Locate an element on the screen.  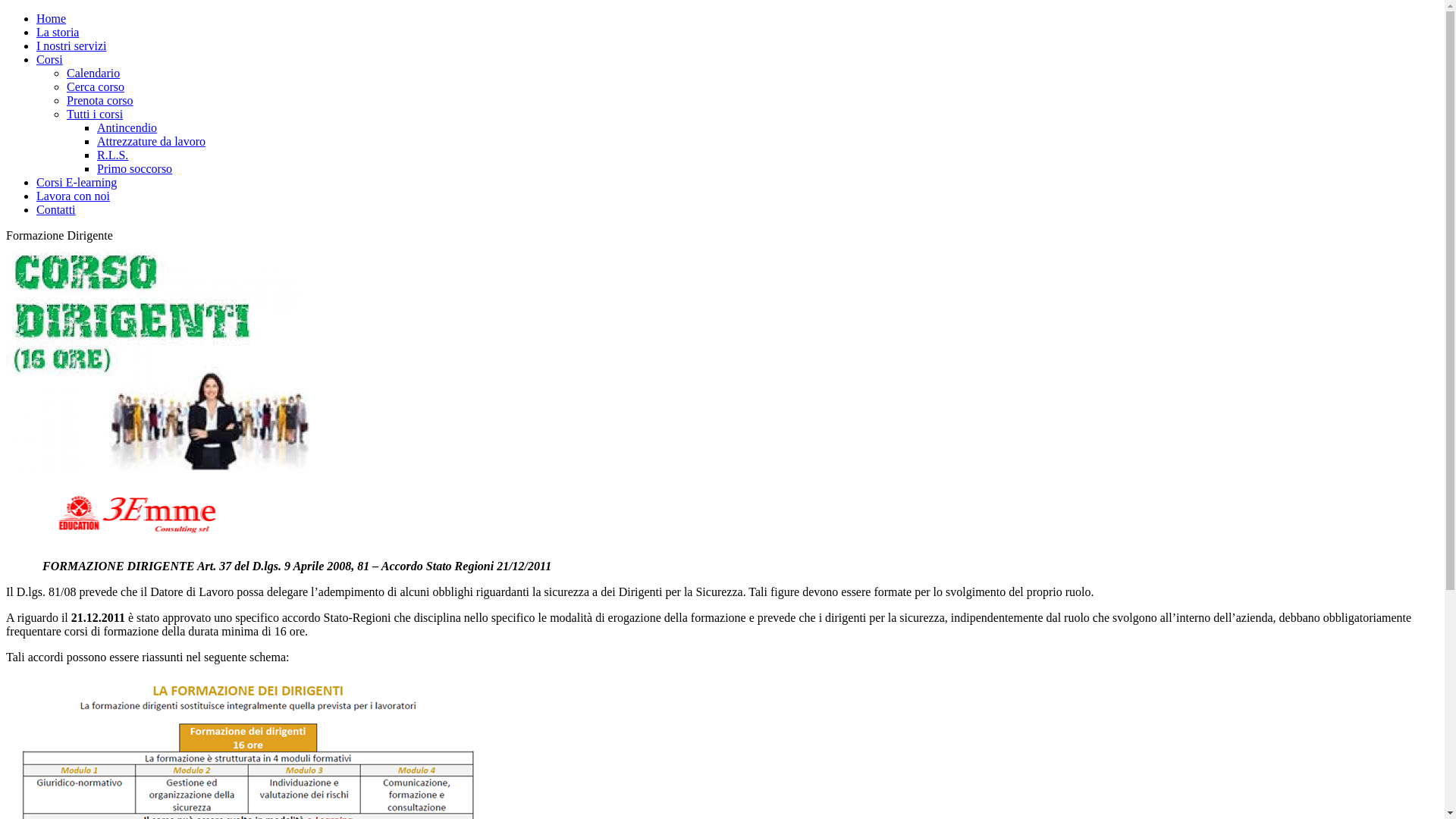
'R.L.S.' is located at coordinates (111, 155).